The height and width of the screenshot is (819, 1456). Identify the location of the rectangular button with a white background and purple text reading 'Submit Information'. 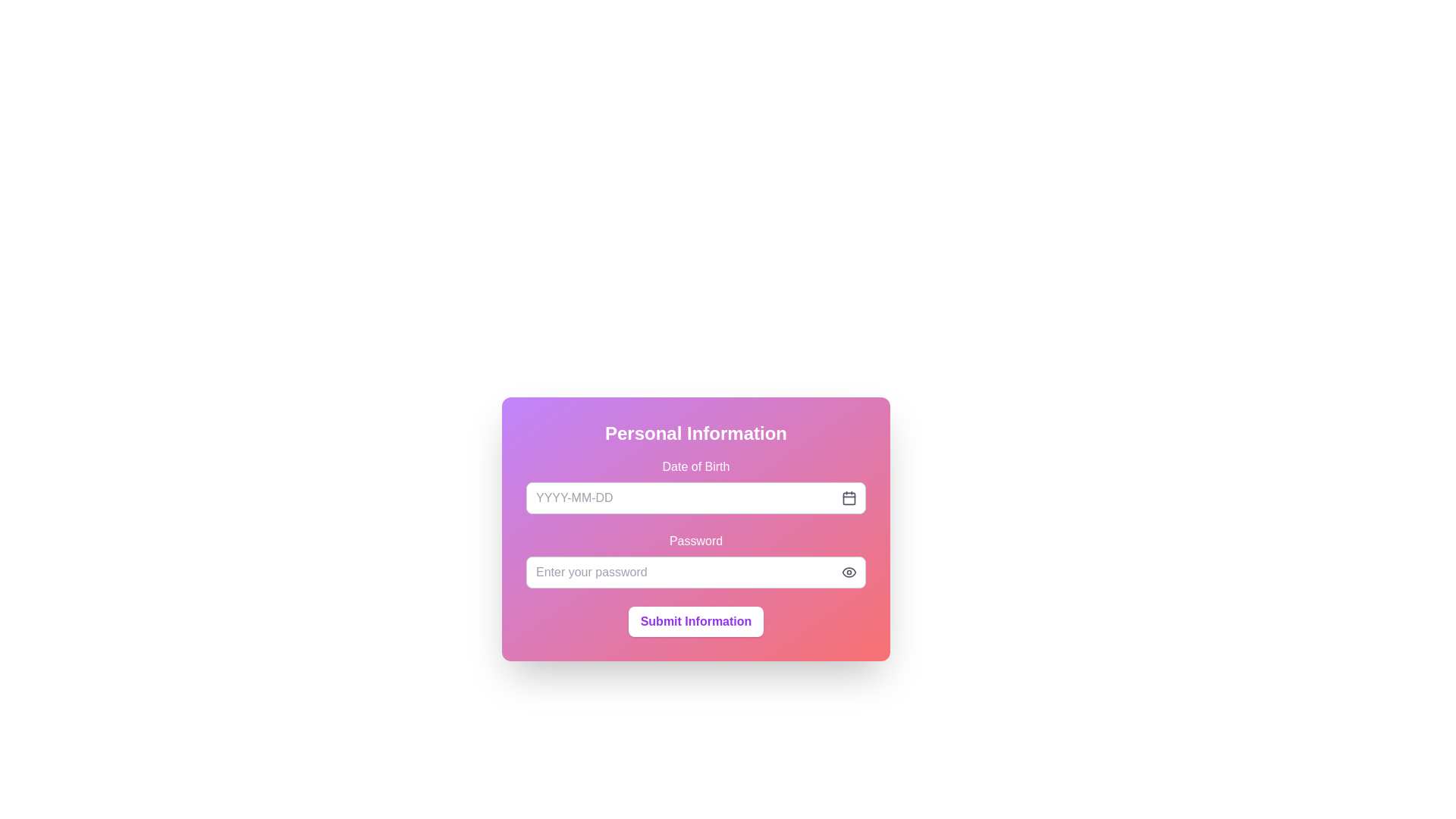
(695, 622).